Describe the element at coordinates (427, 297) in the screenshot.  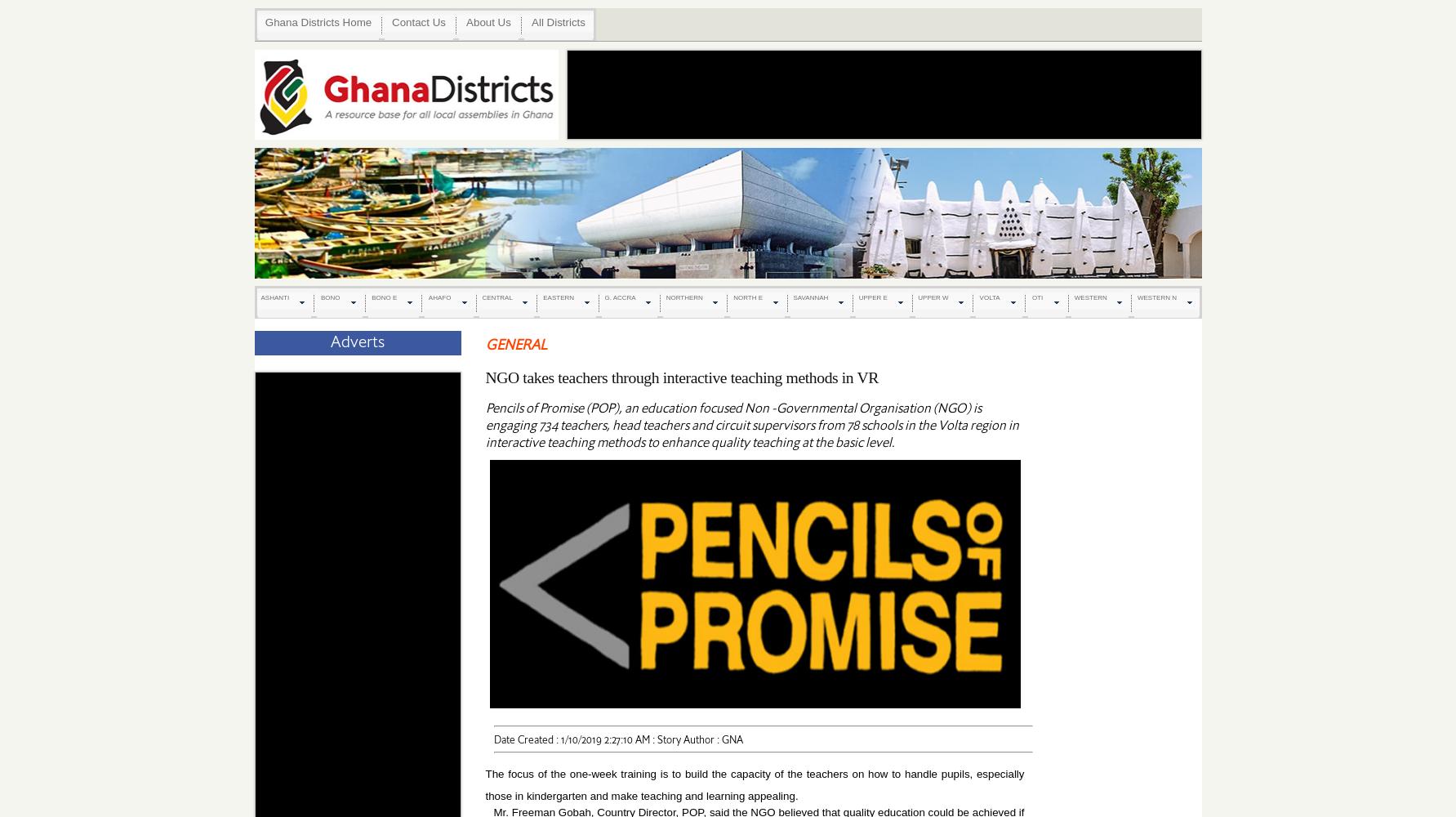
I see `'AHAFO'` at that location.